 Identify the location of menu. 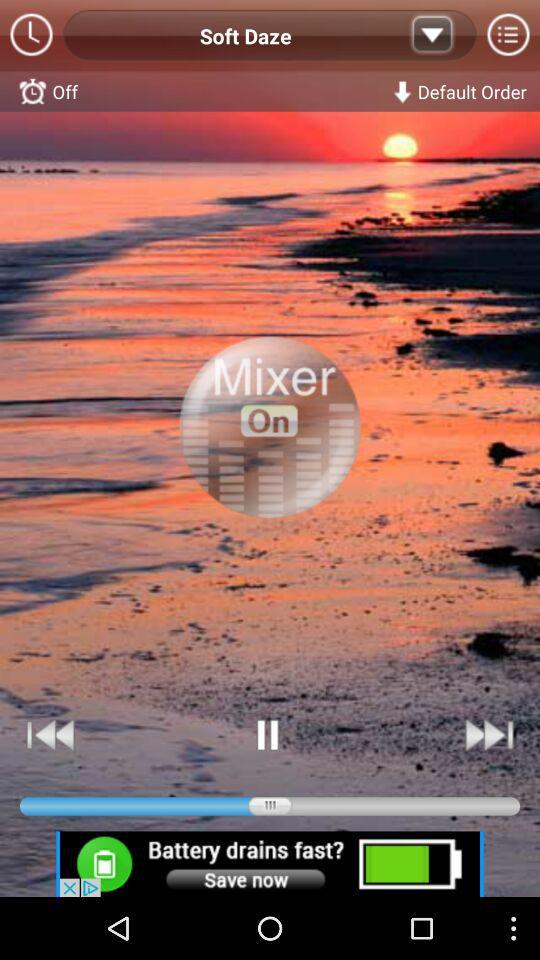
(508, 35).